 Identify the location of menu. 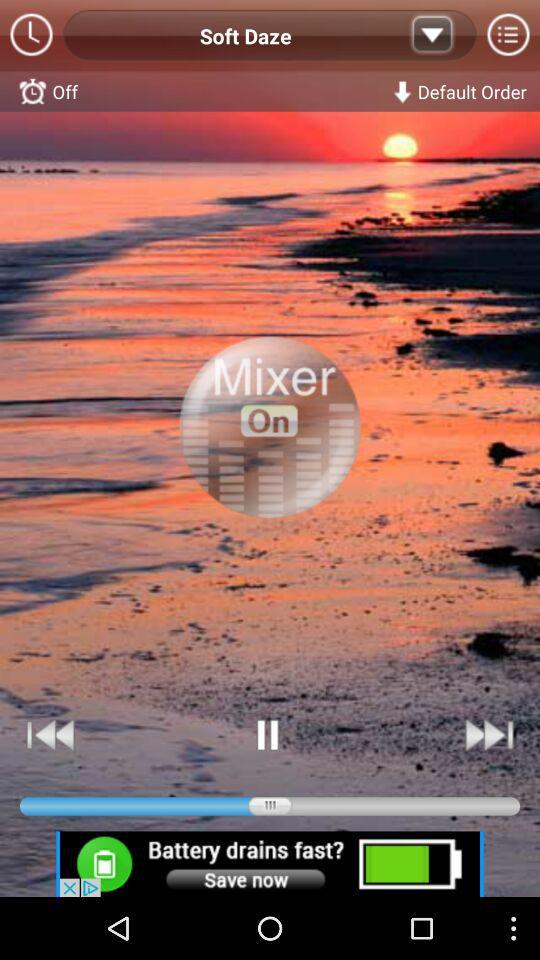
(508, 35).